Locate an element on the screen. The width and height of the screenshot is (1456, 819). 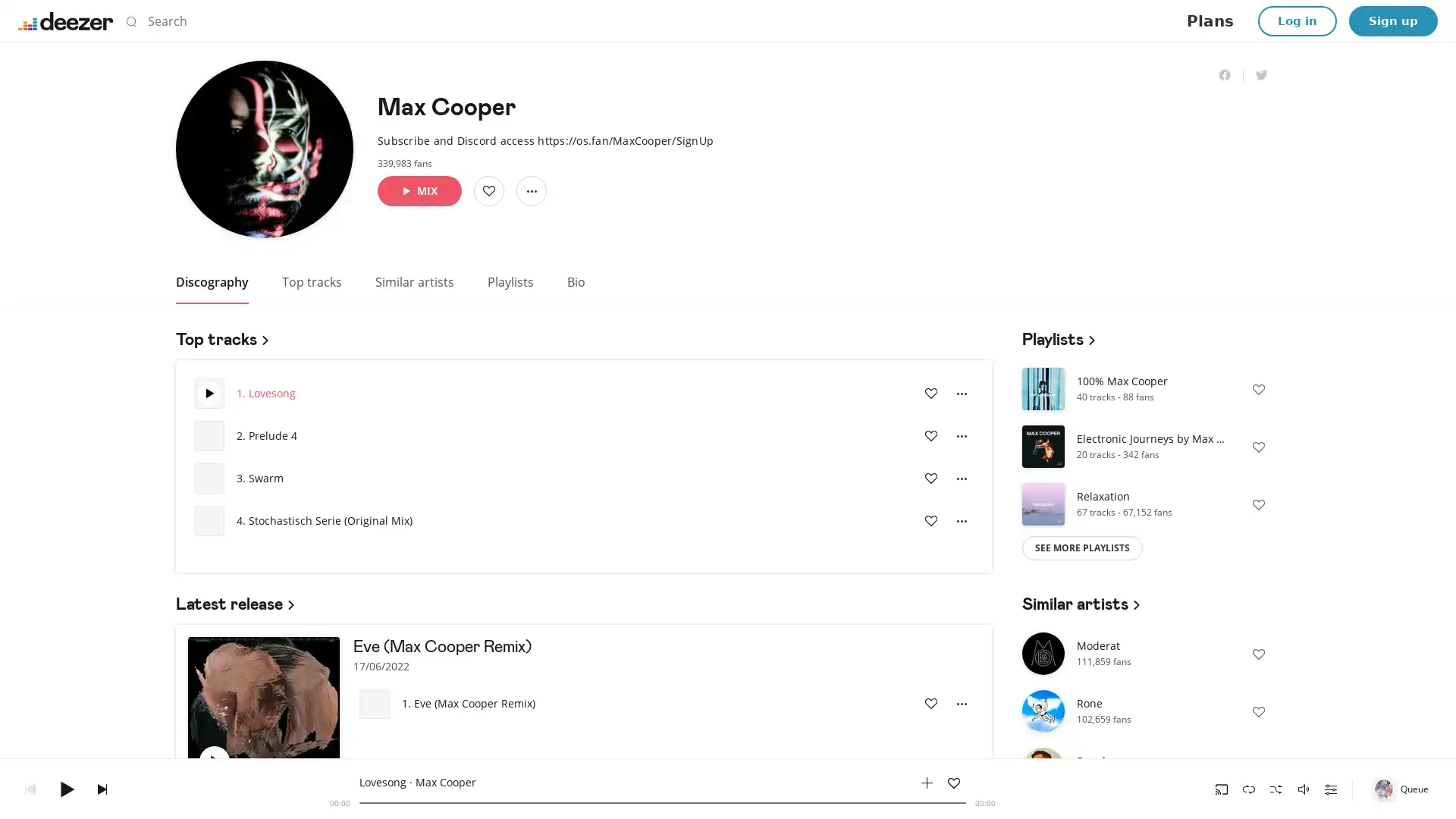
MIX is located at coordinates (419, 189).